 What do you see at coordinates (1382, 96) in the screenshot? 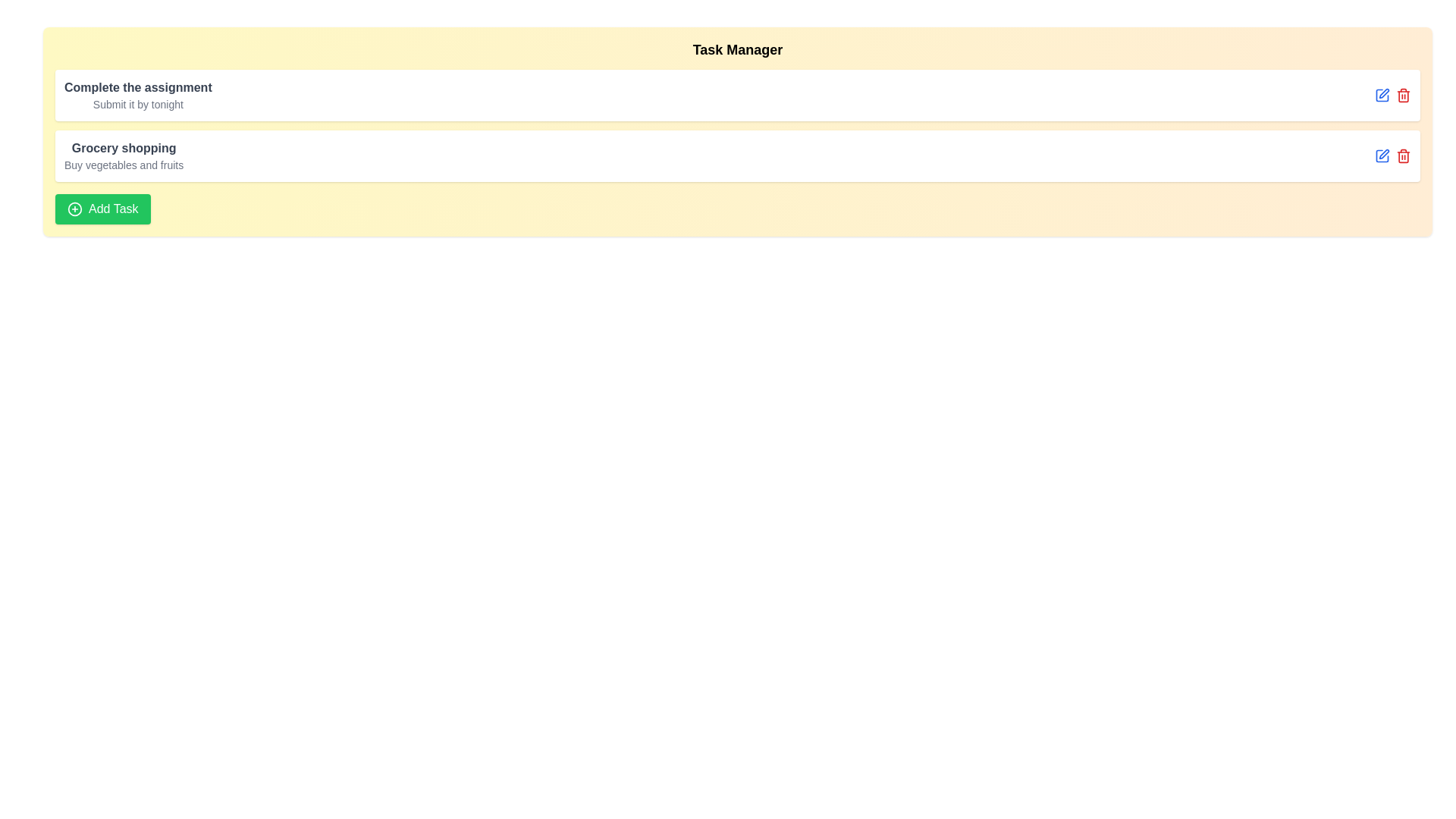
I see `the edit icon for the task titled 'Complete the assignment'` at bounding box center [1382, 96].